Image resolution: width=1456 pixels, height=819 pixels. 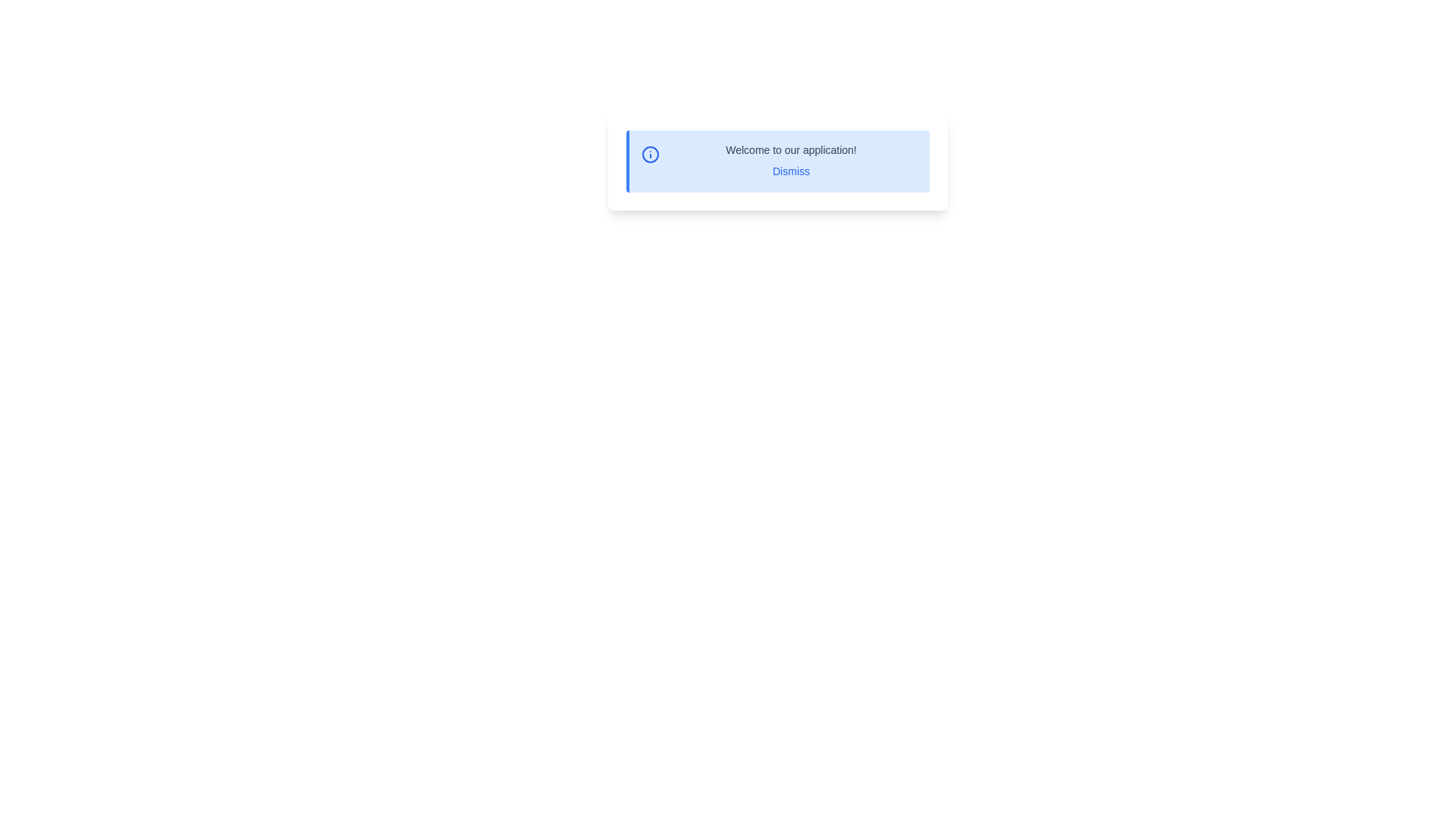 What do you see at coordinates (790, 161) in the screenshot?
I see `the 'Dismiss' text in the notification box` at bounding box center [790, 161].